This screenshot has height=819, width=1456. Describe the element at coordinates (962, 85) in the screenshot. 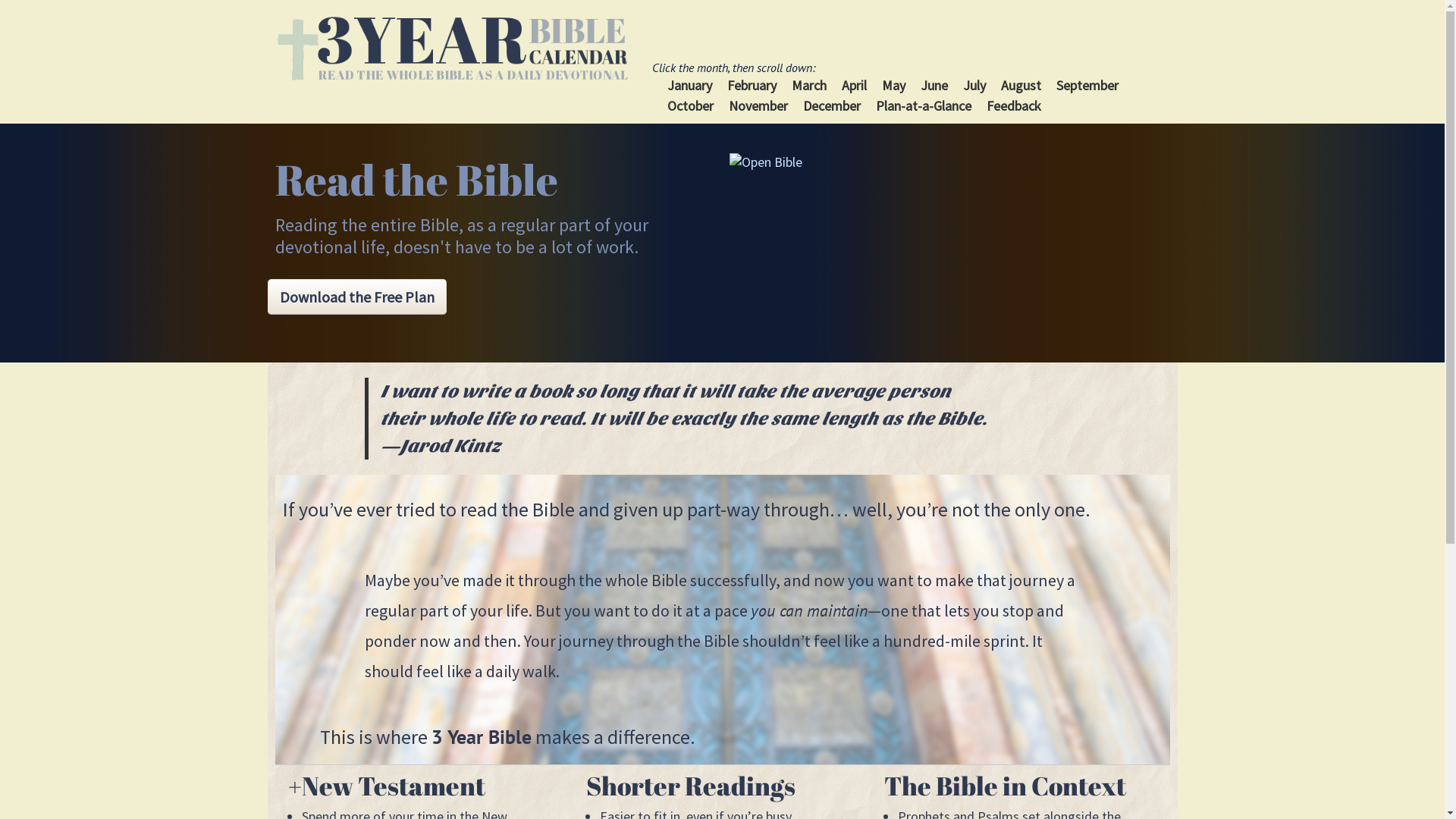

I see `'July'` at that location.